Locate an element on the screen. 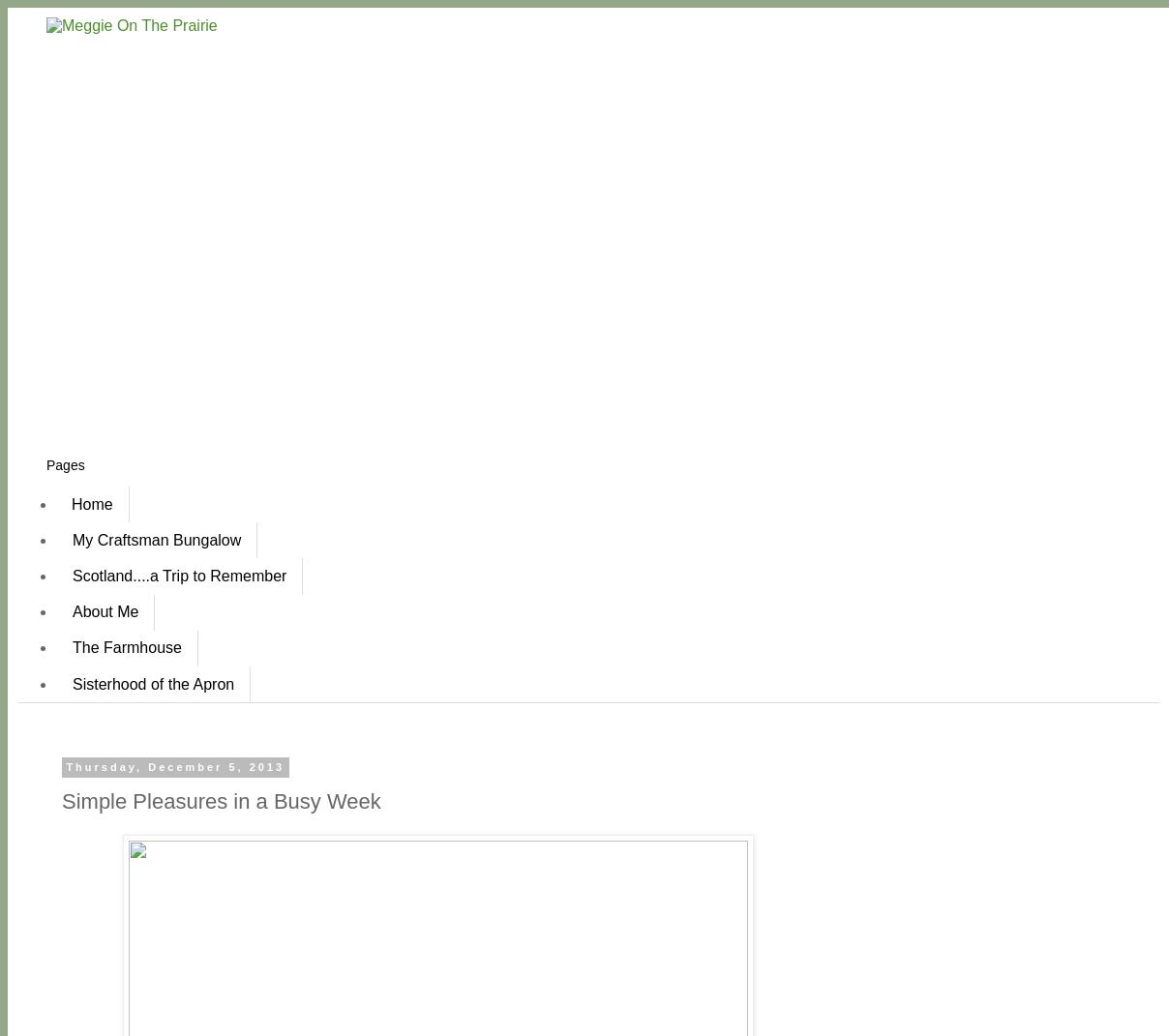  'My Craftsman Bungalow' is located at coordinates (156, 539).